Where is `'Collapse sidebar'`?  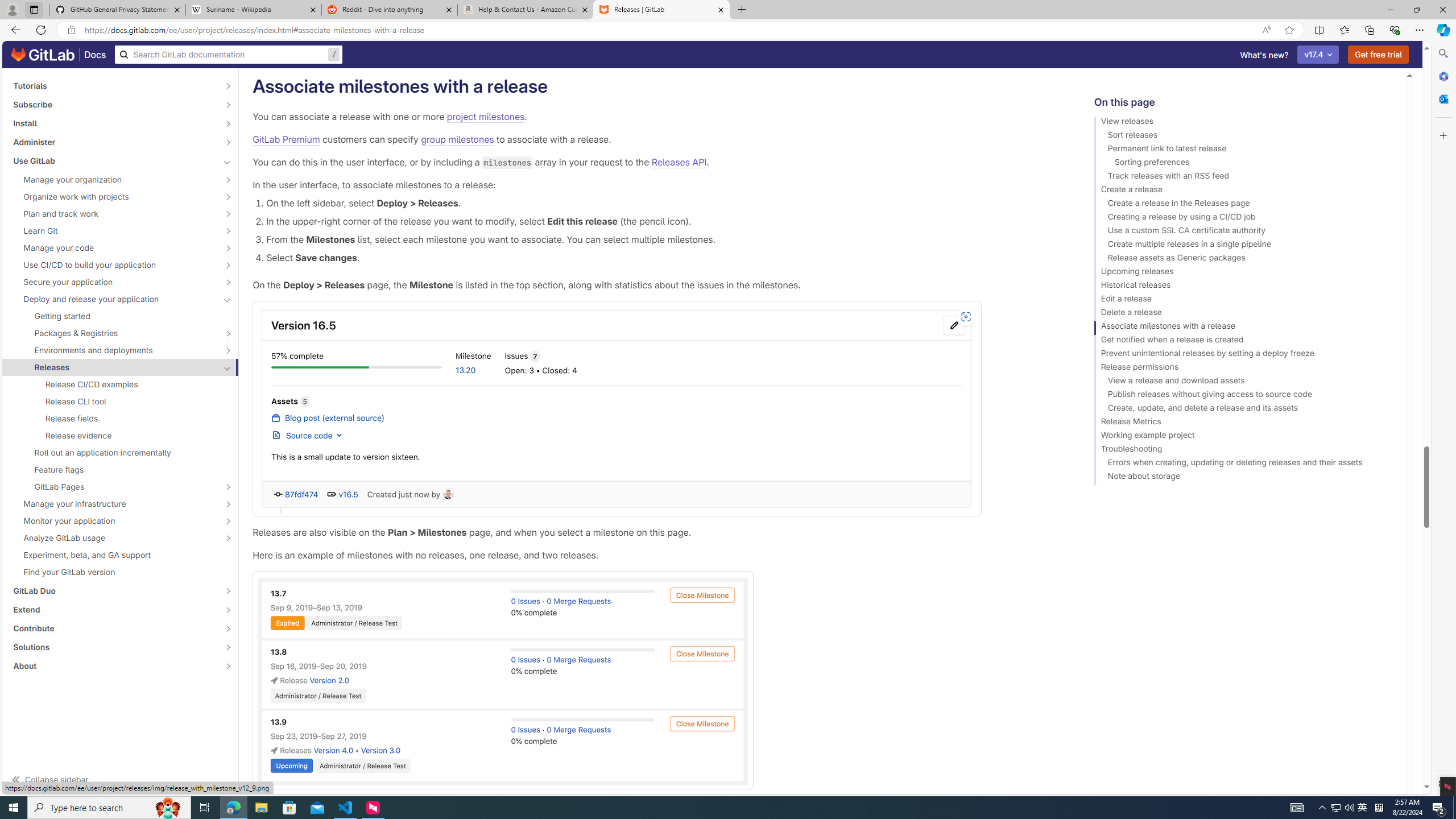
'Collapse sidebar' is located at coordinates (120, 779).